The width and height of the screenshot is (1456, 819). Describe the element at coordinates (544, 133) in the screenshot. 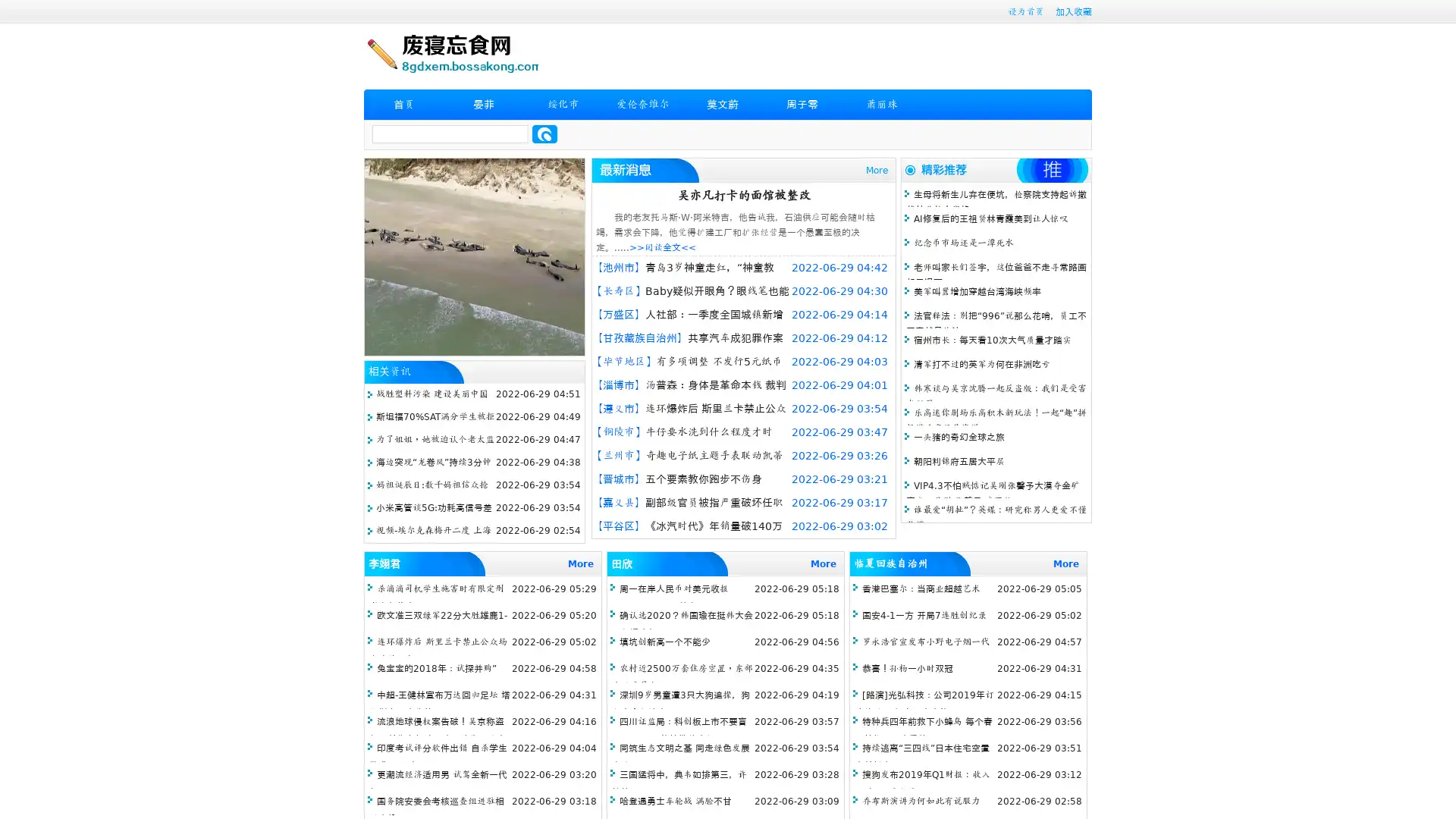

I see `Search` at that location.